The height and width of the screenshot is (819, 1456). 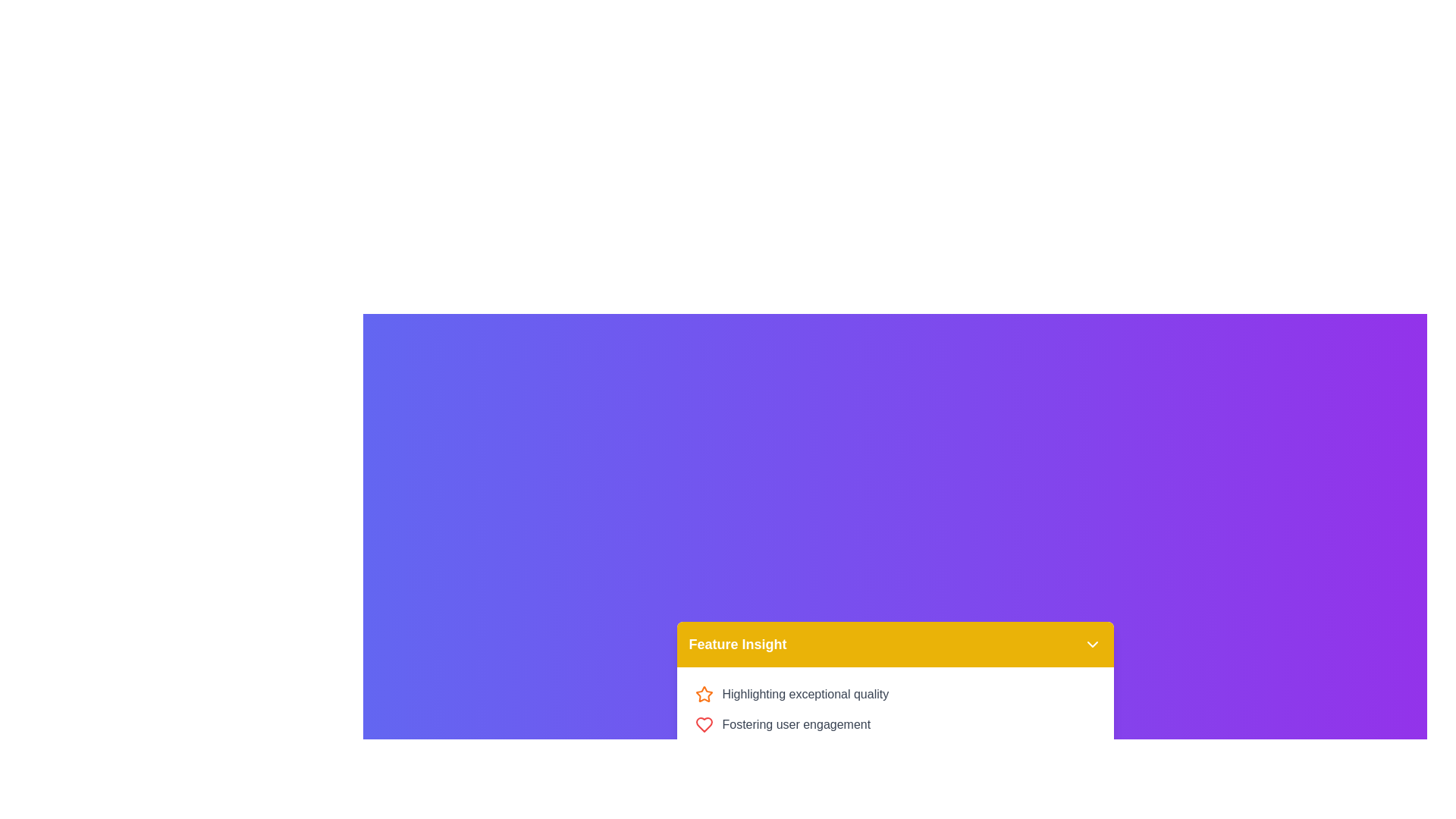 I want to click on the Text Label that displays 'Fostering user engagement', which is the second item in the vertical list inside the 'Feature Insight' UI card, so click(x=795, y=724).